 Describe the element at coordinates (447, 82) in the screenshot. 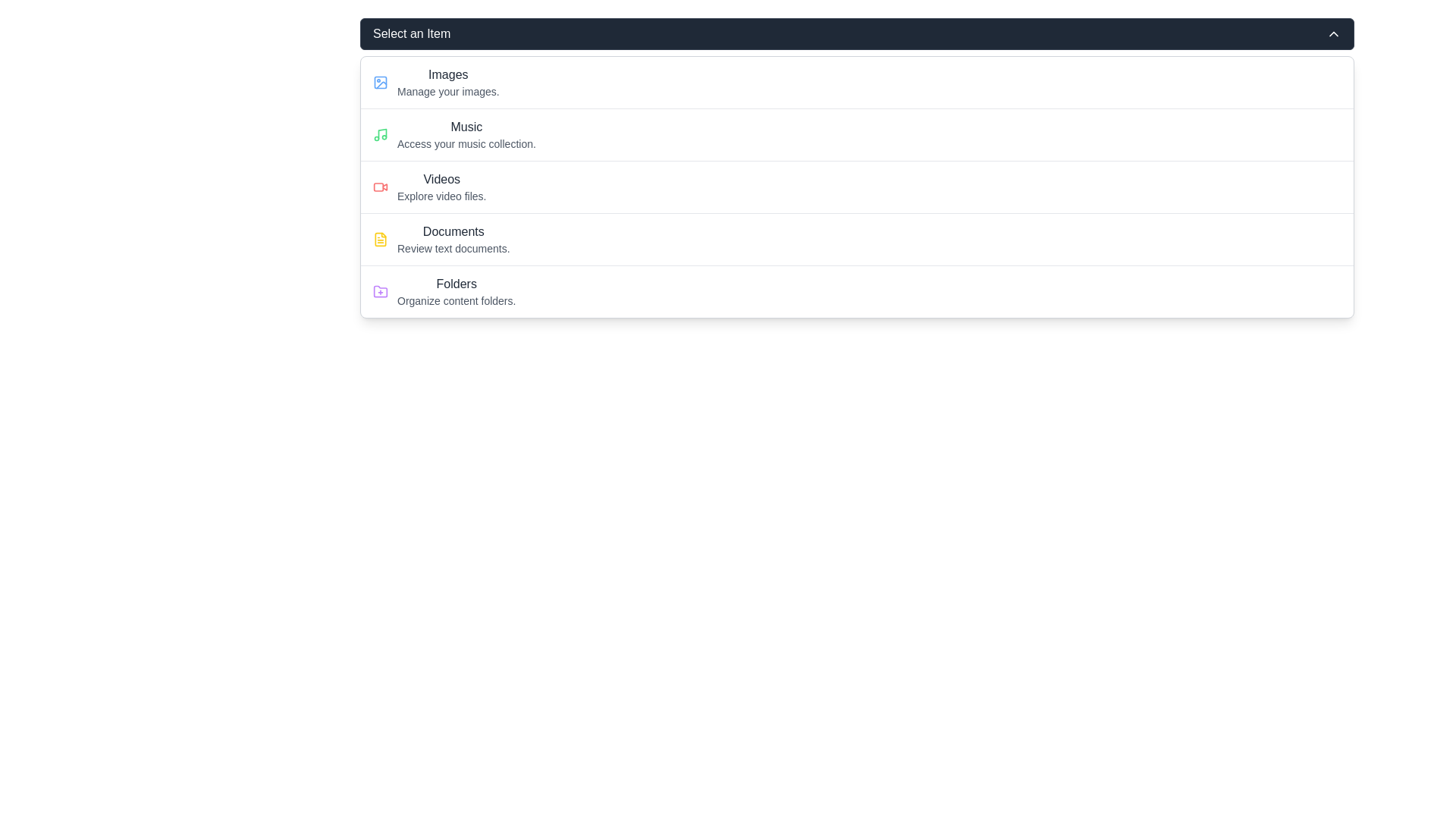

I see `the 'Images' menu item, which is the first item in the vertical list beneath the header 'Select an Item'` at that location.